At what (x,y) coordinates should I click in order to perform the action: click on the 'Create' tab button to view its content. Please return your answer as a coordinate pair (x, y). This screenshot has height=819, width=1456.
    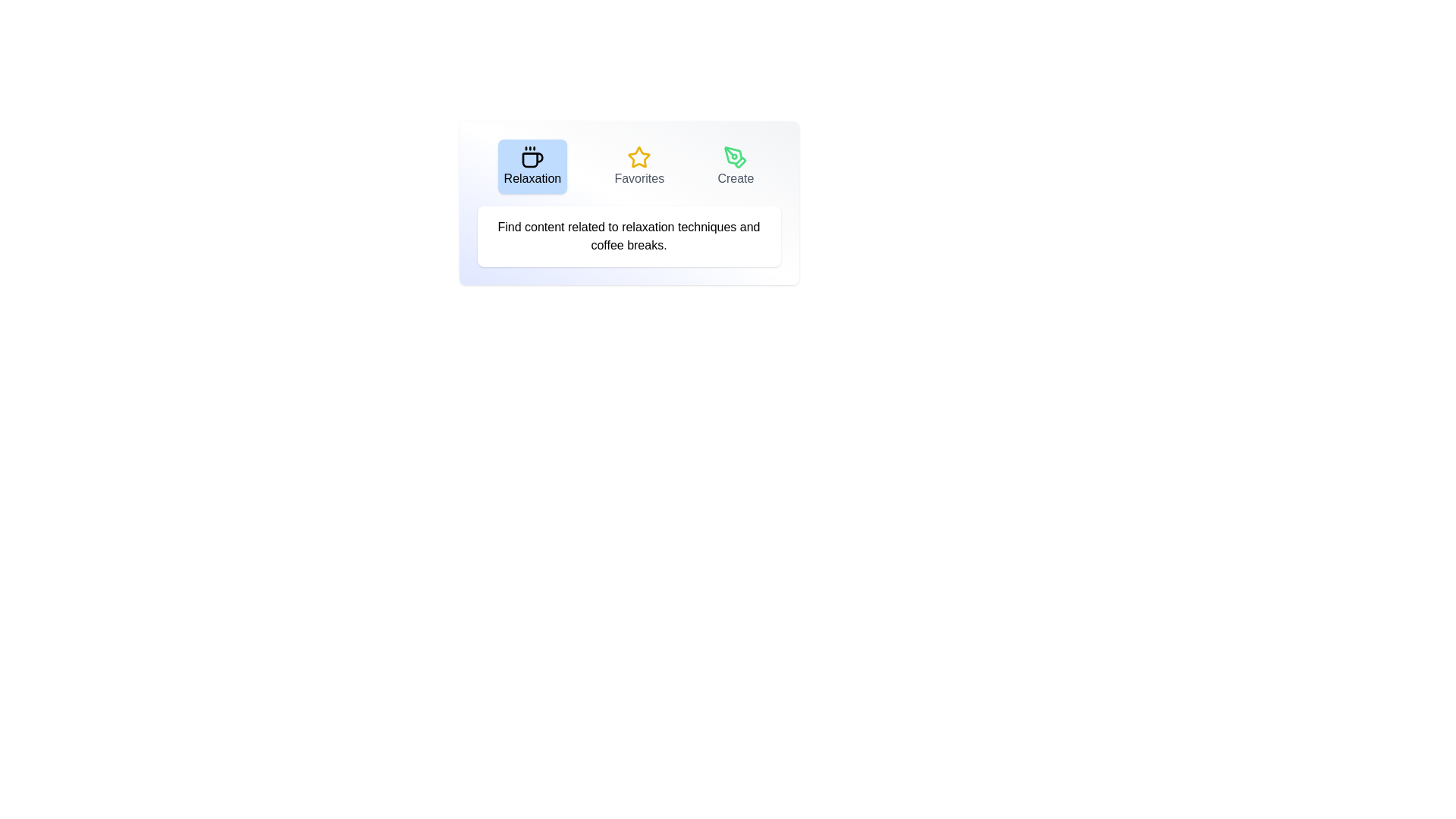
    Looking at the image, I should click on (736, 166).